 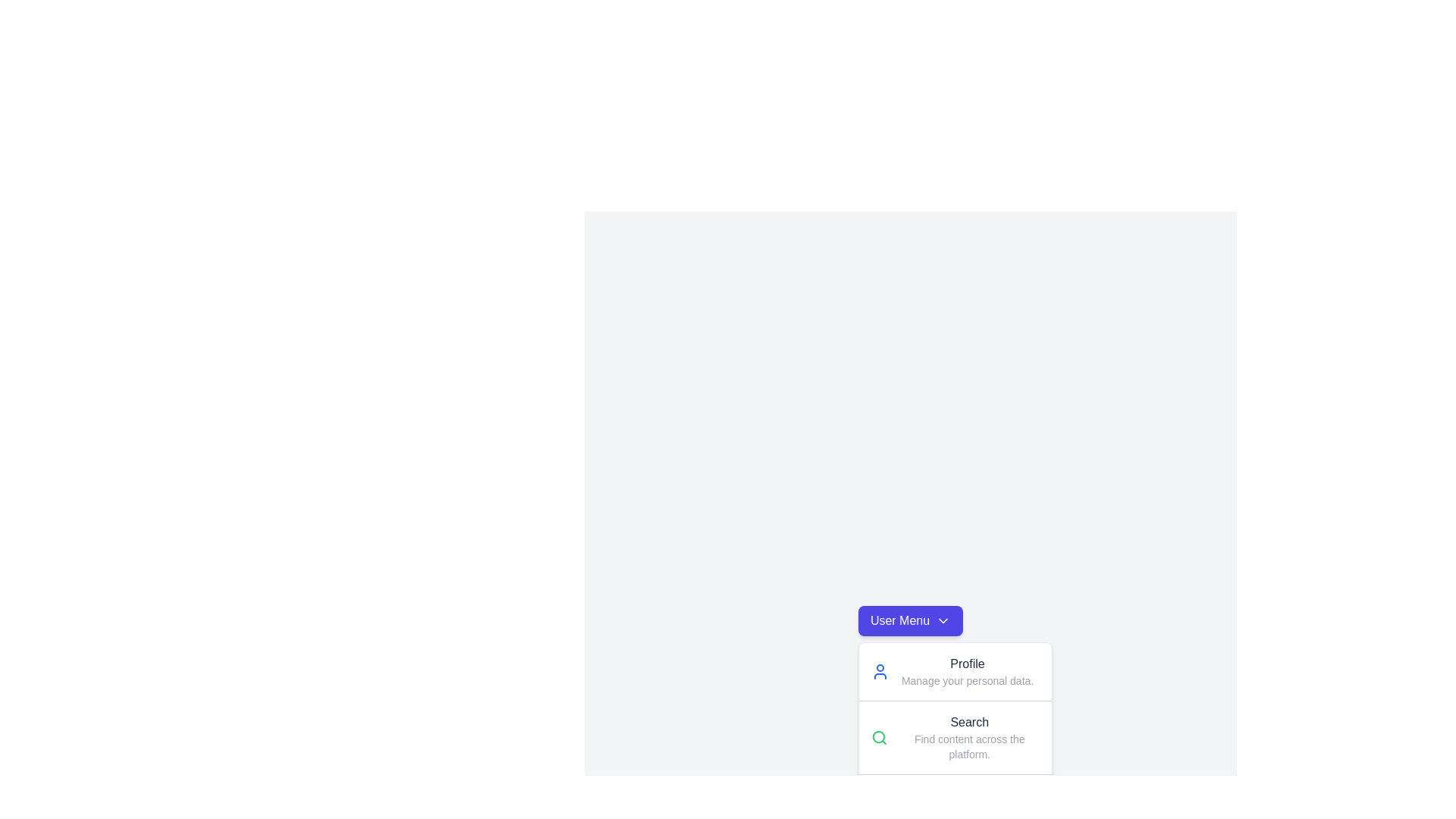 I want to click on the label that contains the bold text 'Search' and the smaller light gray text 'Find content across the platform.' located in the dropdown menu below the 'User Menu' button, so click(x=968, y=736).